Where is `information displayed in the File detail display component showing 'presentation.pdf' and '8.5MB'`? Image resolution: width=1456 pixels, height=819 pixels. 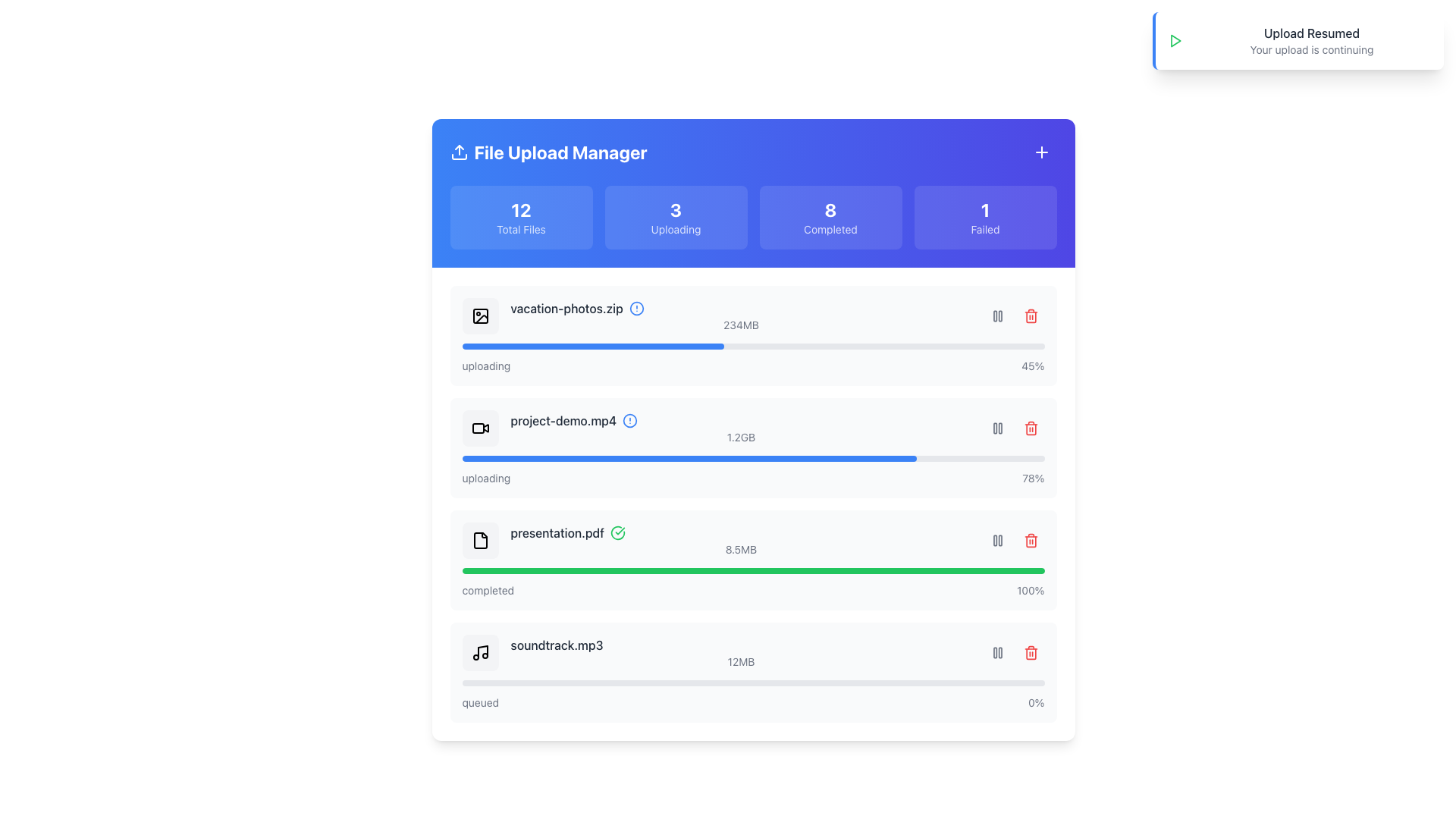 information displayed in the File detail display component showing 'presentation.pdf' and '8.5MB' is located at coordinates (741, 540).